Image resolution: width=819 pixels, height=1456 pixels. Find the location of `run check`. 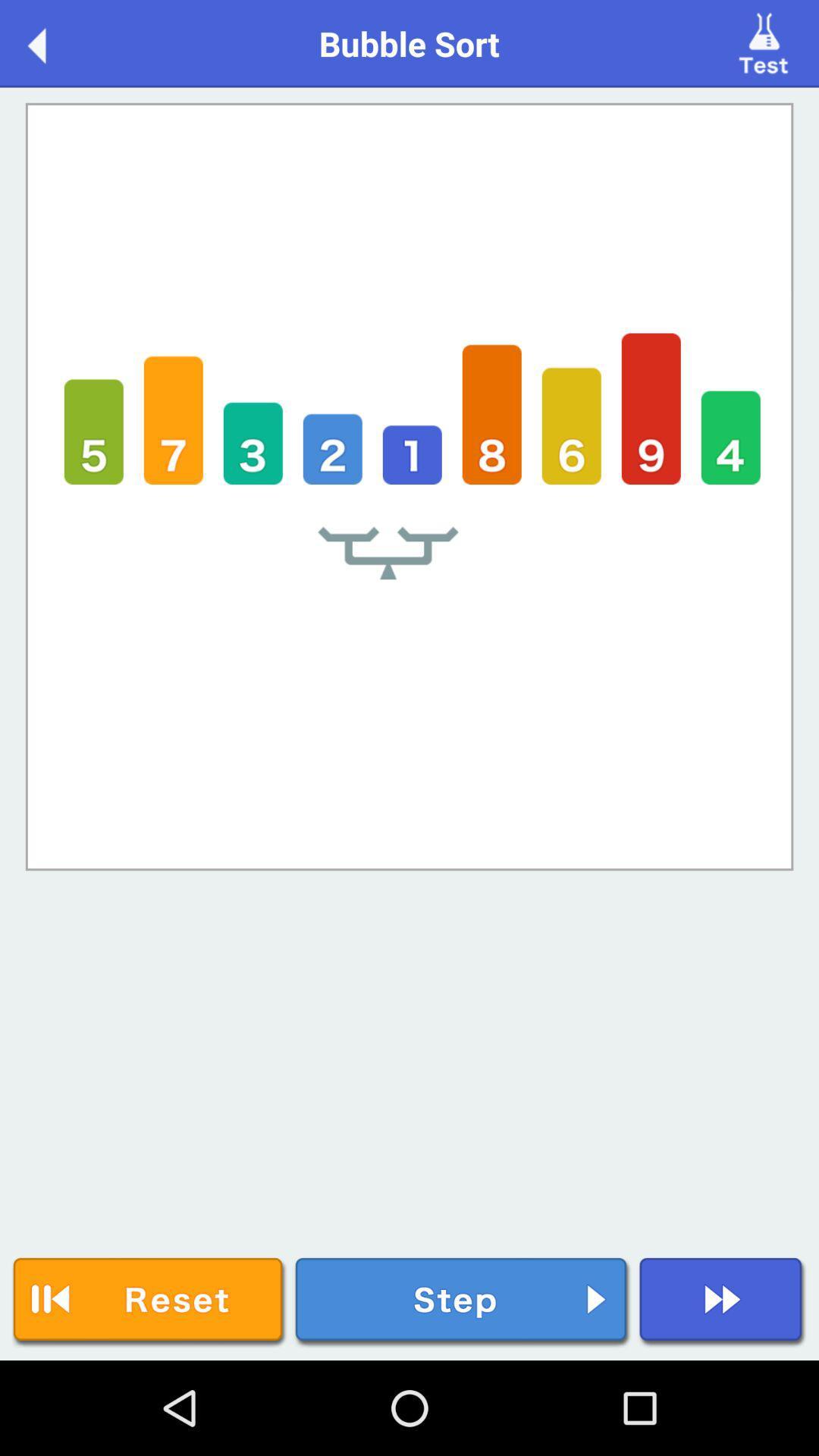

run check is located at coordinates (766, 42).